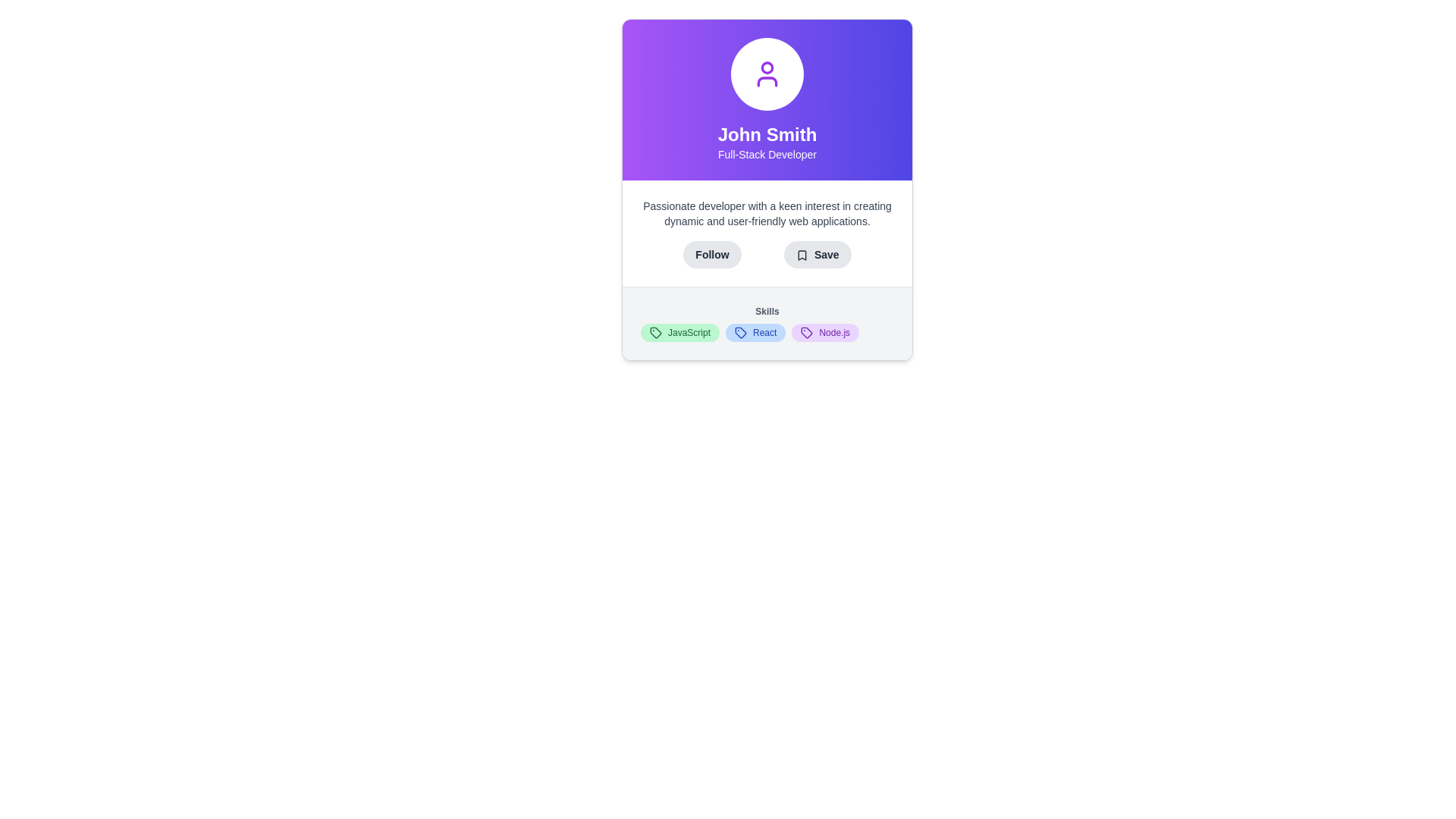 The image size is (1456, 819). Describe the element at coordinates (802, 255) in the screenshot. I see `the bookmark icon embedded within the 'Save' button located at the bottom-right corner of the profile card` at that location.